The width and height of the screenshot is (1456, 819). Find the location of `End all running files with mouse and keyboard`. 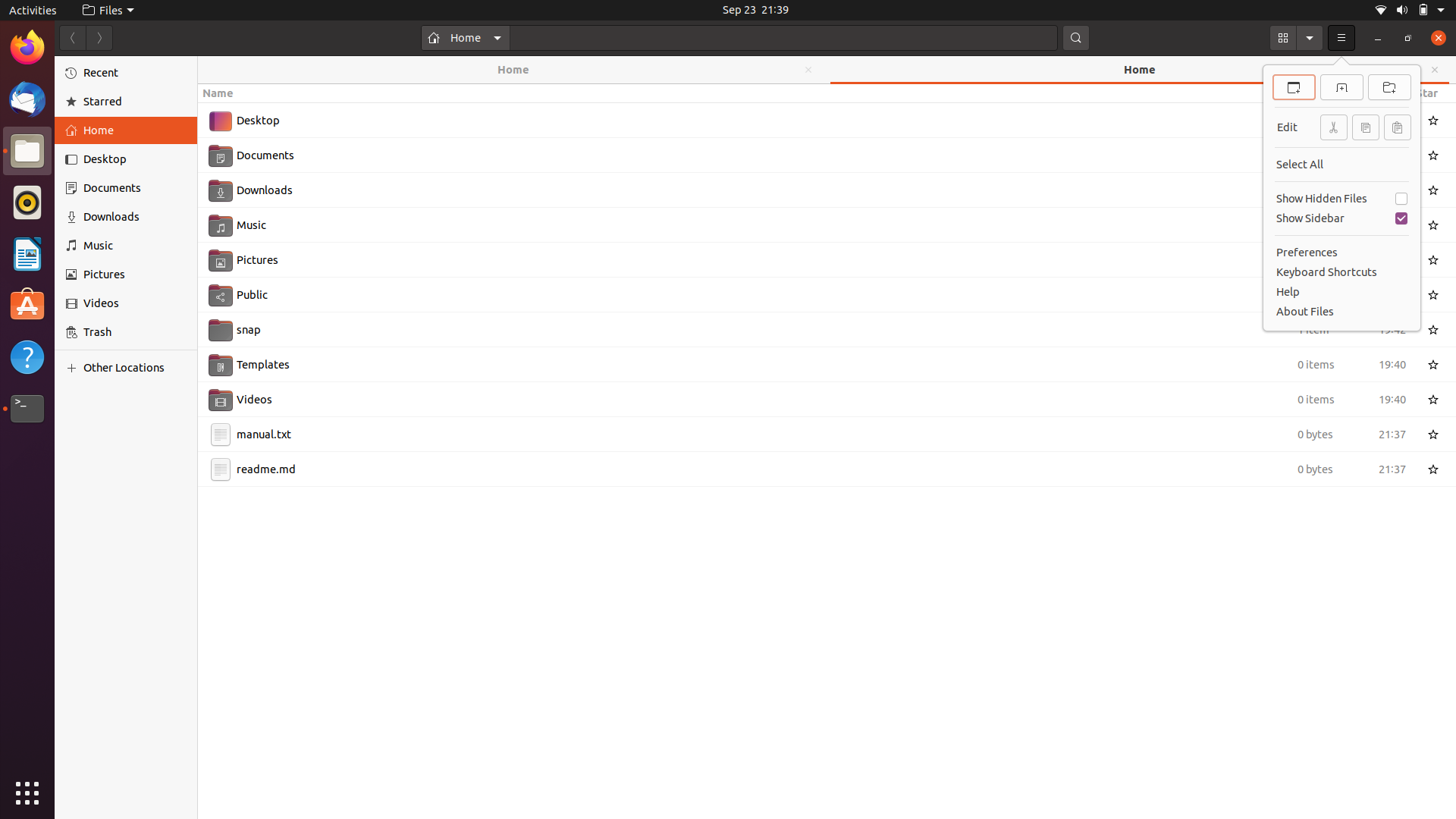

End all running files with mouse and keyboard is located at coordinates (27, 151).